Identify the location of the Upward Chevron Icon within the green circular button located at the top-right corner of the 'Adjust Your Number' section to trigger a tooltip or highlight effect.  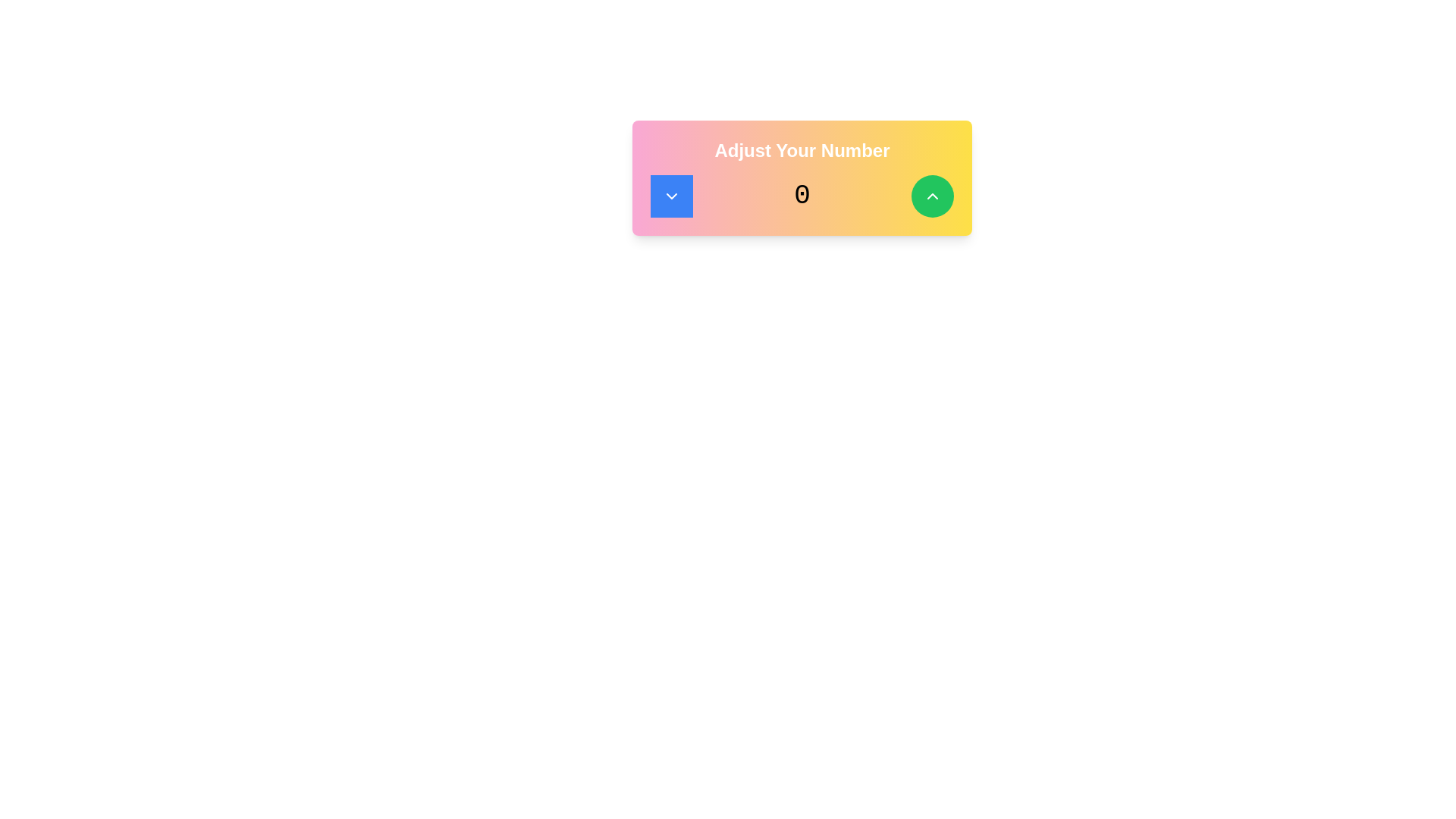
(931, 195).